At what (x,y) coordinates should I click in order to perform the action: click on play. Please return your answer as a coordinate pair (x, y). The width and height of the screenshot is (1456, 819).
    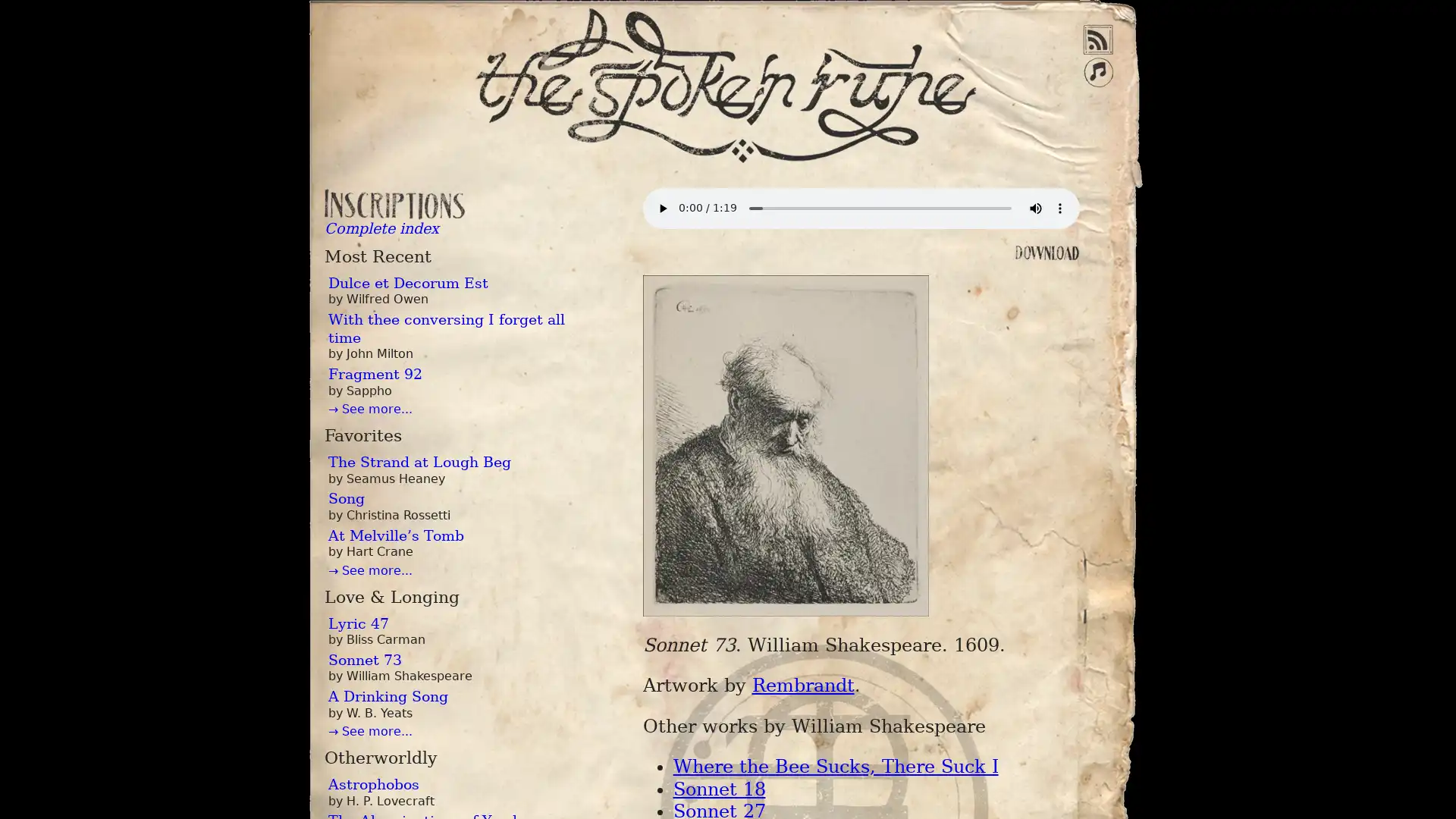
    Looking at the image, I should click on (662, 208).